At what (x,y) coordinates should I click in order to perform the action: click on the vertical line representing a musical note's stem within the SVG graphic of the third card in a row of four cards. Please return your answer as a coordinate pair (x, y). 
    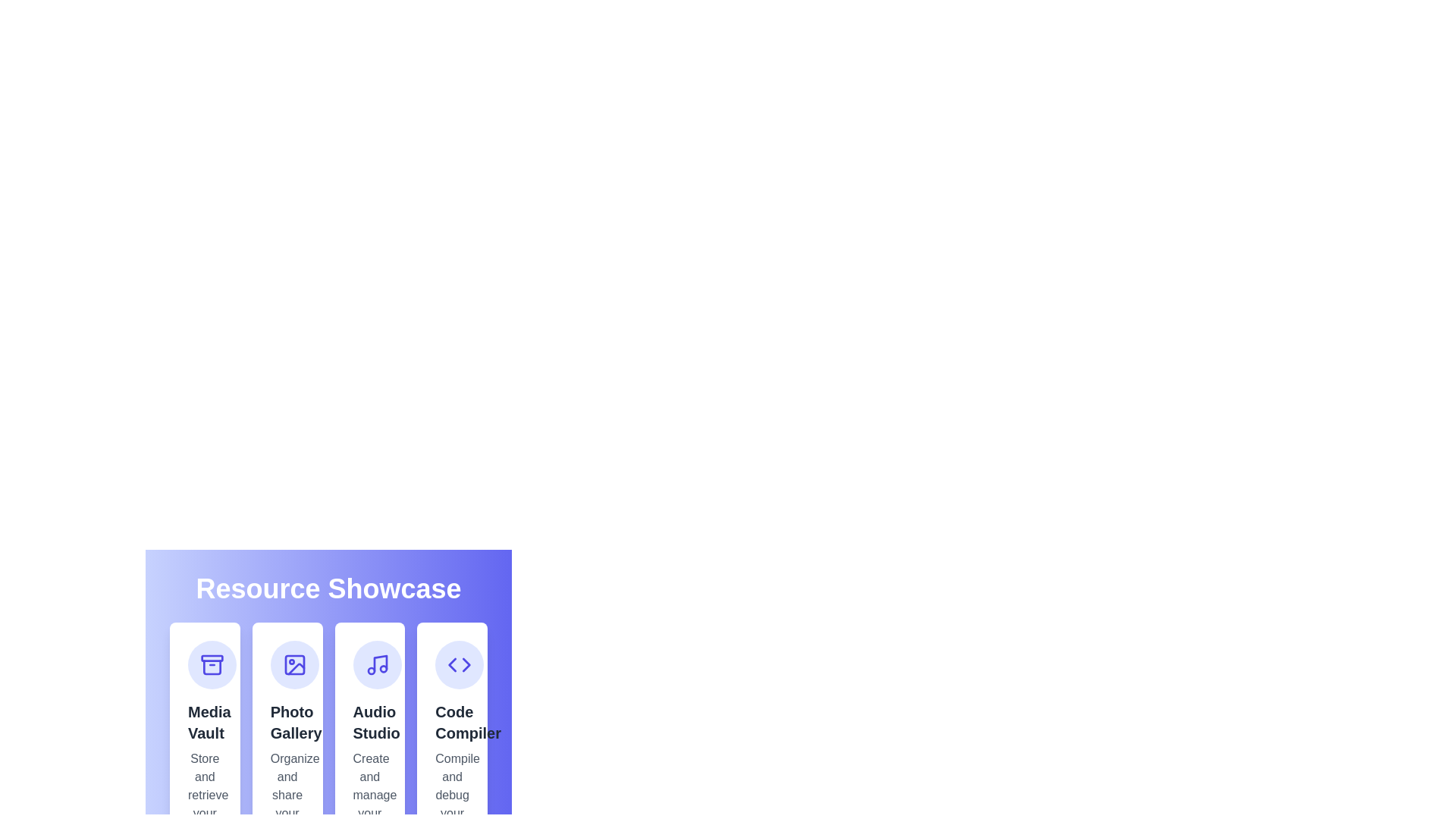
    Looking at the image, I should click on (380, 663).